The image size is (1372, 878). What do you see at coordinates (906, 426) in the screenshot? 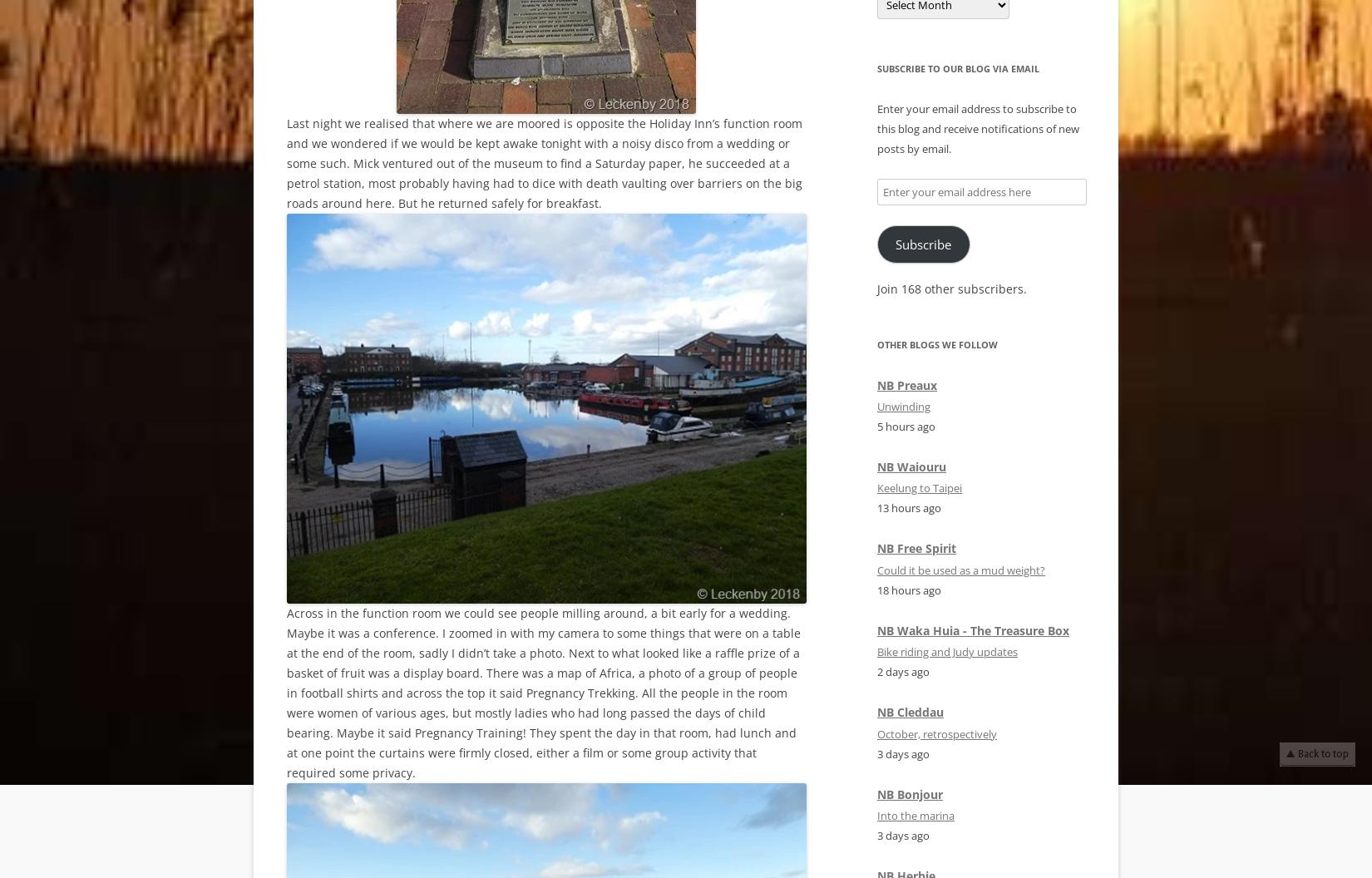
I see `'5 hours ago'` at bounding box center [906, 426].